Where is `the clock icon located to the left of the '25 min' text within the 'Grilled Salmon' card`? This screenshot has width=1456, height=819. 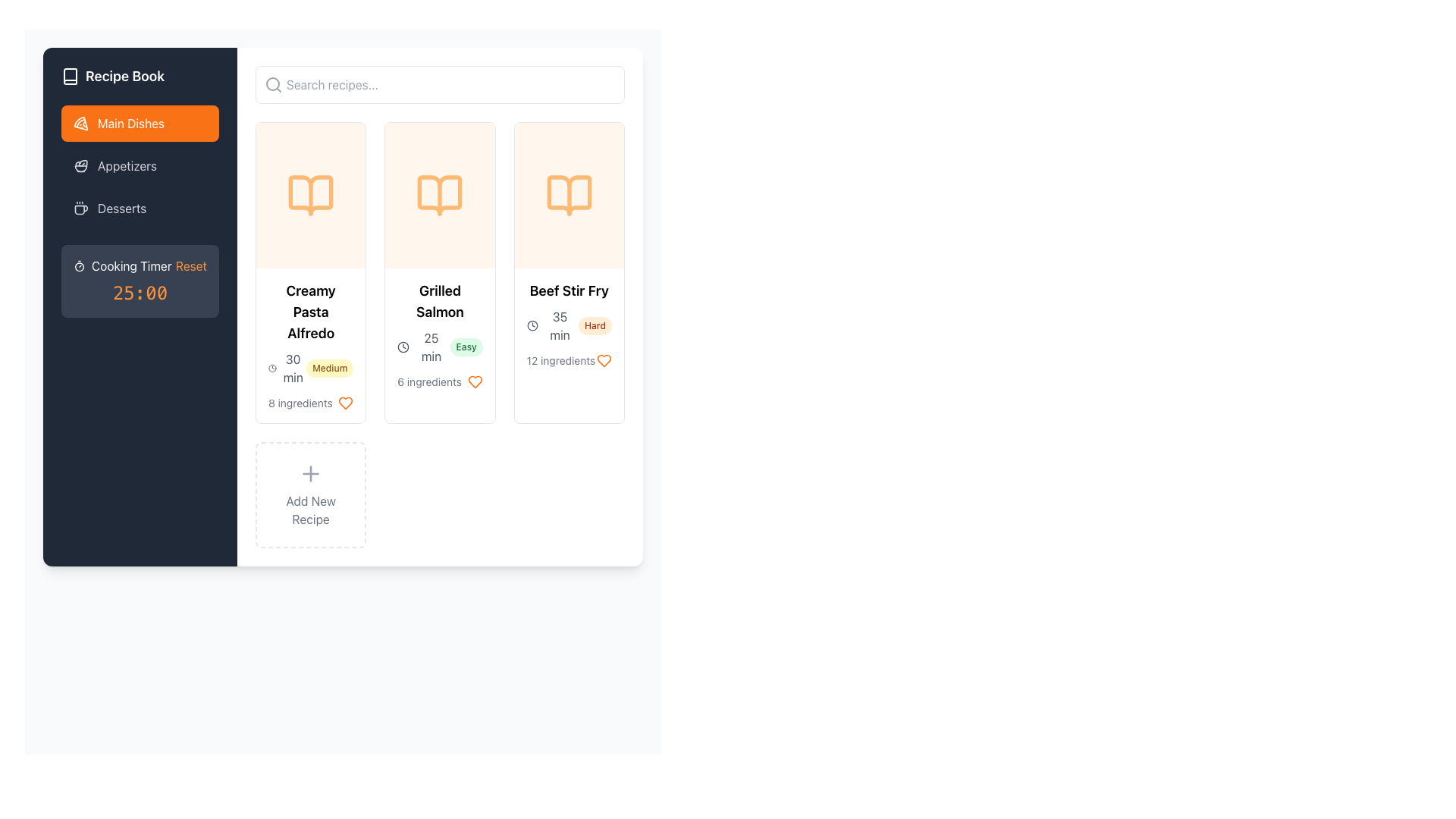 the clock icon located to the left of the '25 min' text within the 'Grilled Salmon' card is located at coordinates (403, 347).